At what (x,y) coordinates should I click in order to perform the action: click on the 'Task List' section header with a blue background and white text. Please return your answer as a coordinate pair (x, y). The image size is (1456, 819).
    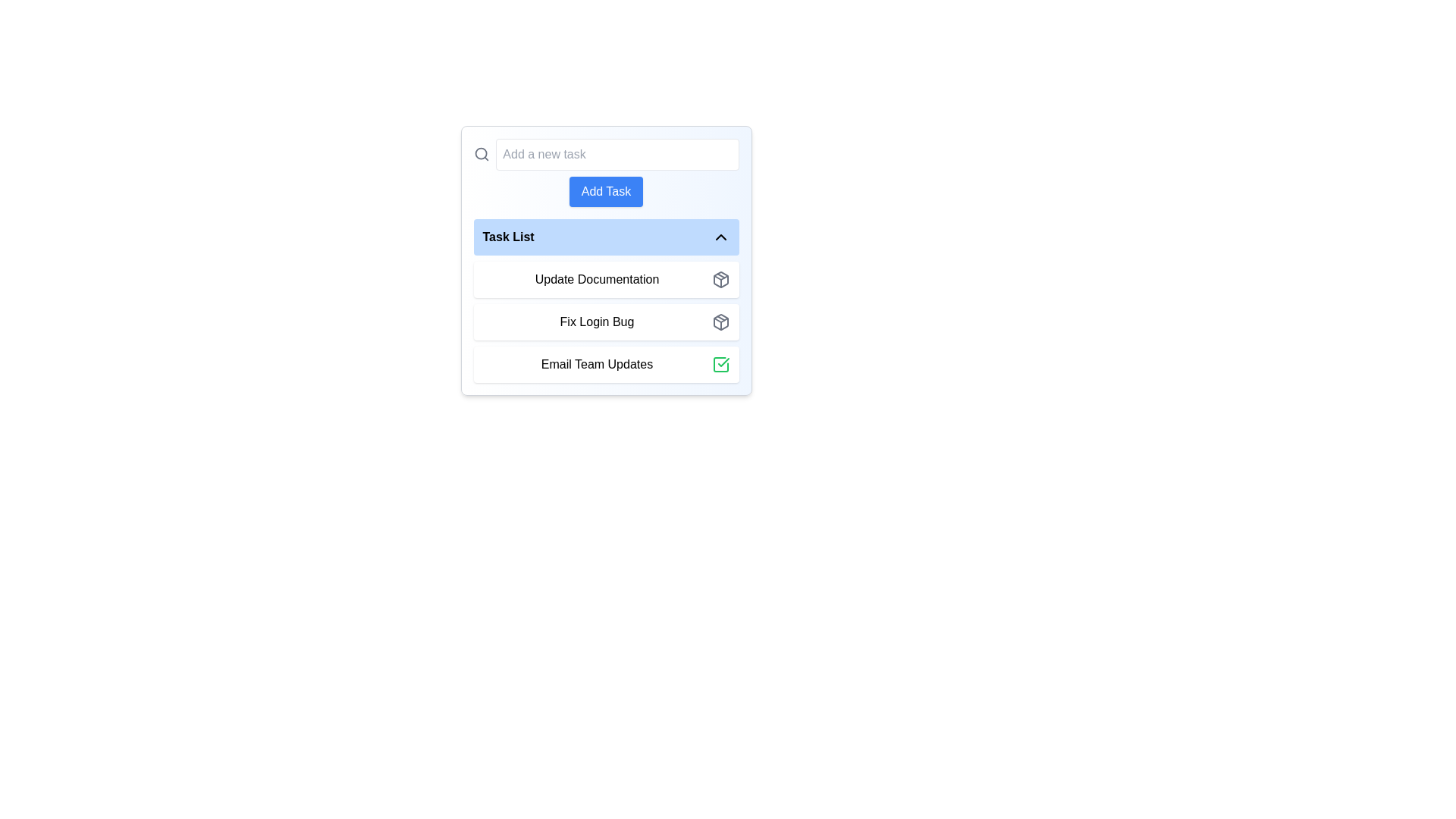
    Looking at the image, I should click on (605, 259).